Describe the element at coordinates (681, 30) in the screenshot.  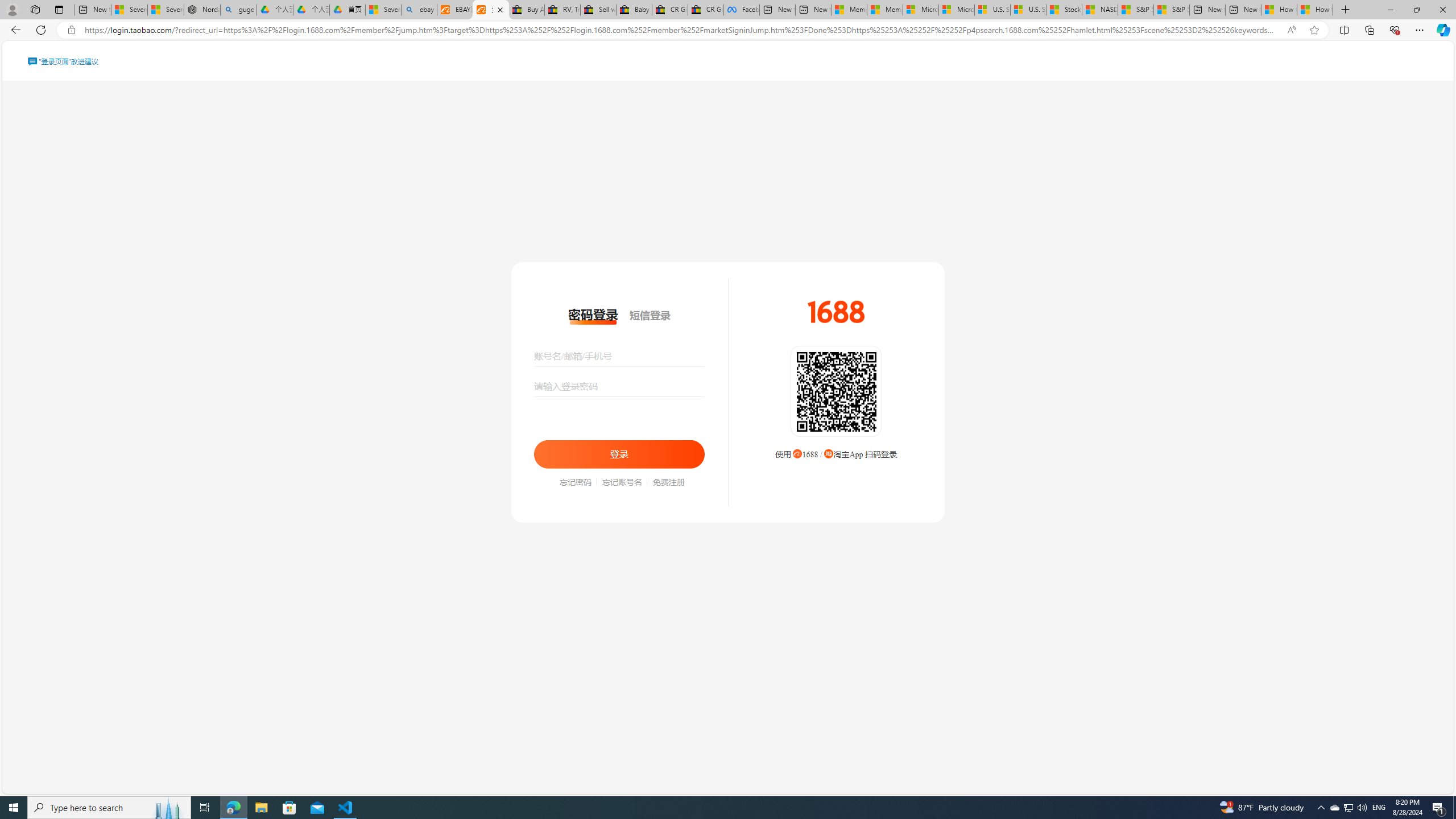
I see `'Address and search bar'` at that location.